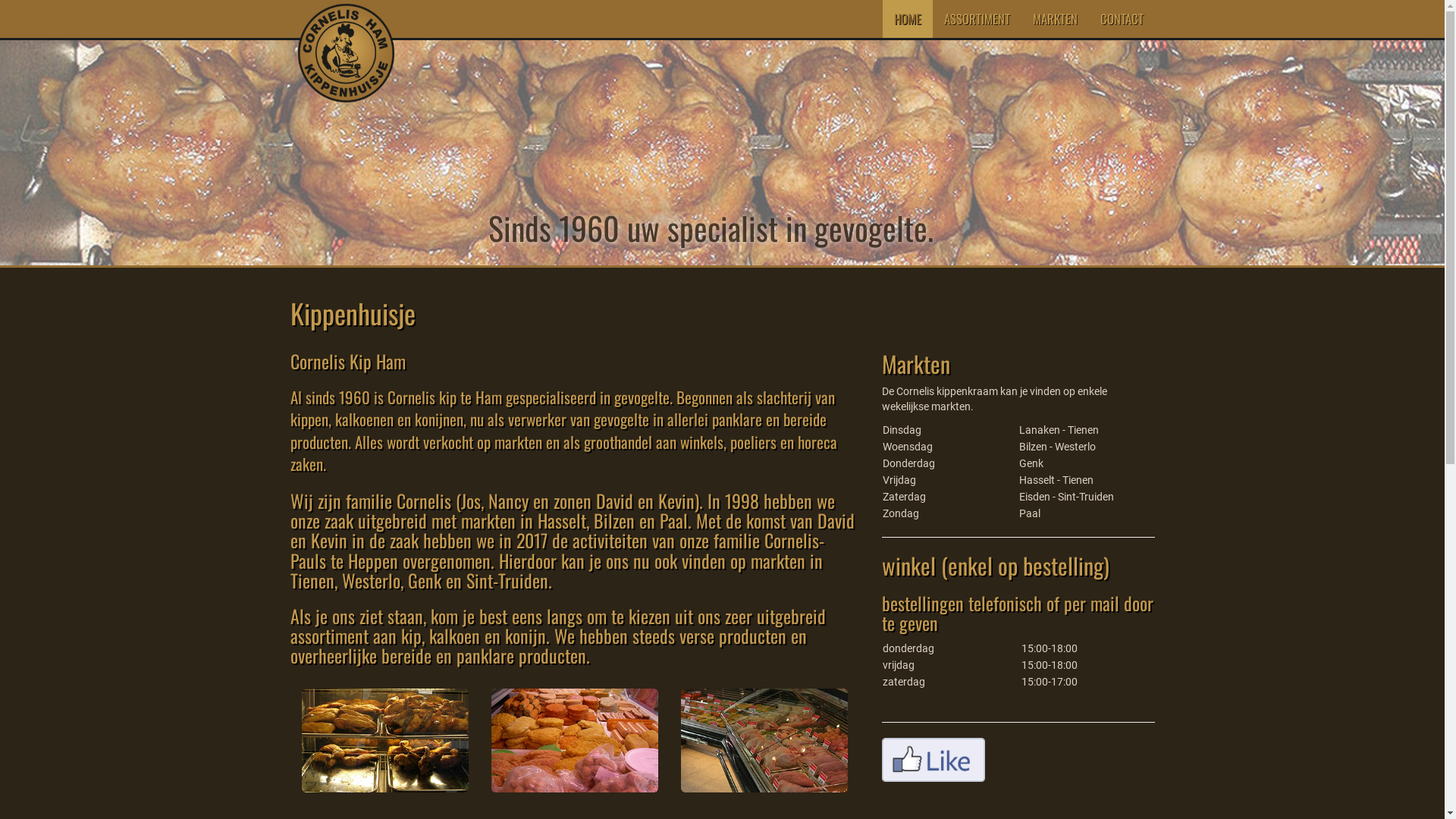 The width and height of the screenshot is (1456, 819). I want to click on 'Cornelis Kip - vlees', so click(764, 739).